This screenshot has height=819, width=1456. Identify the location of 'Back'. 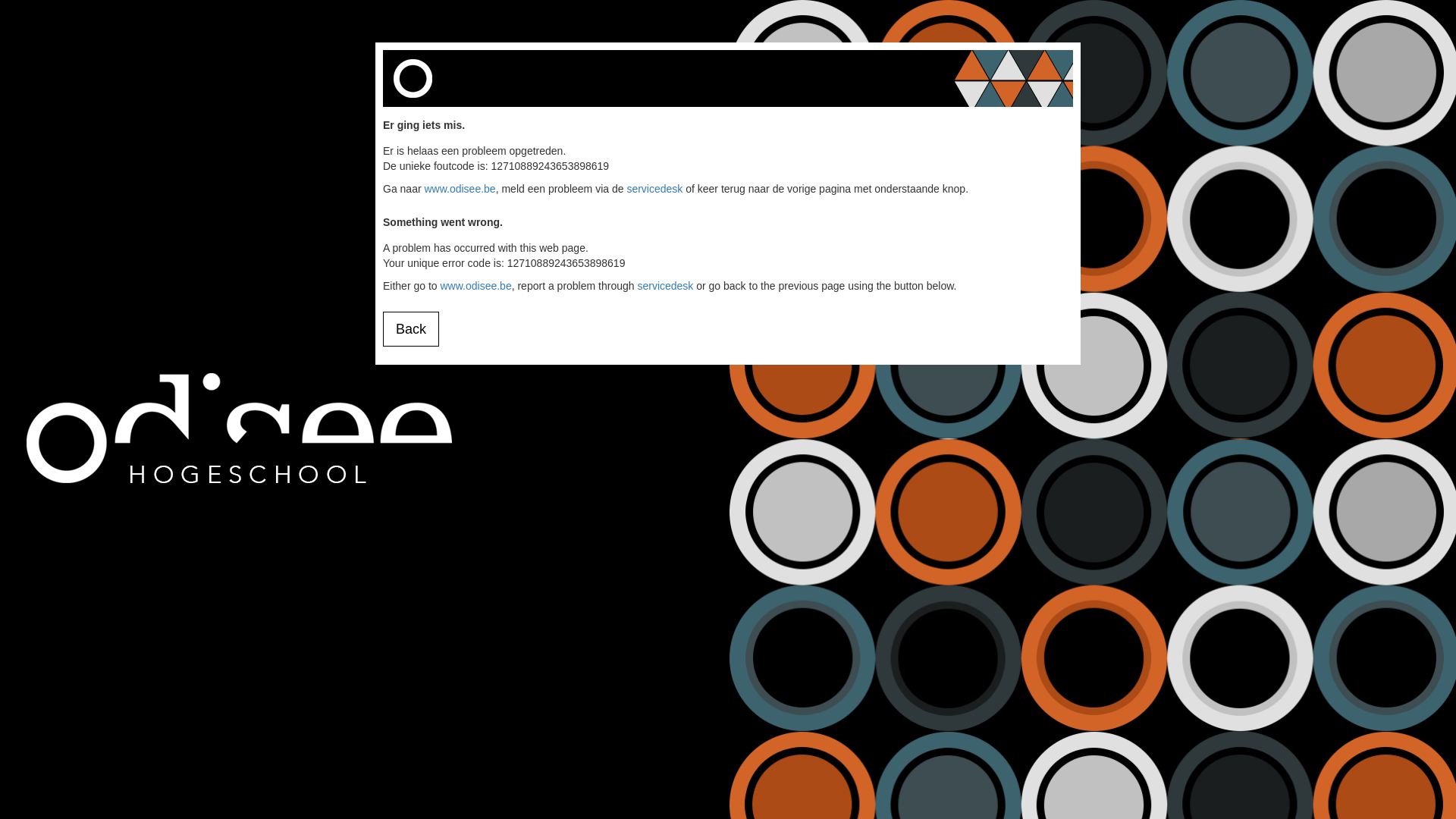
(382, 328).